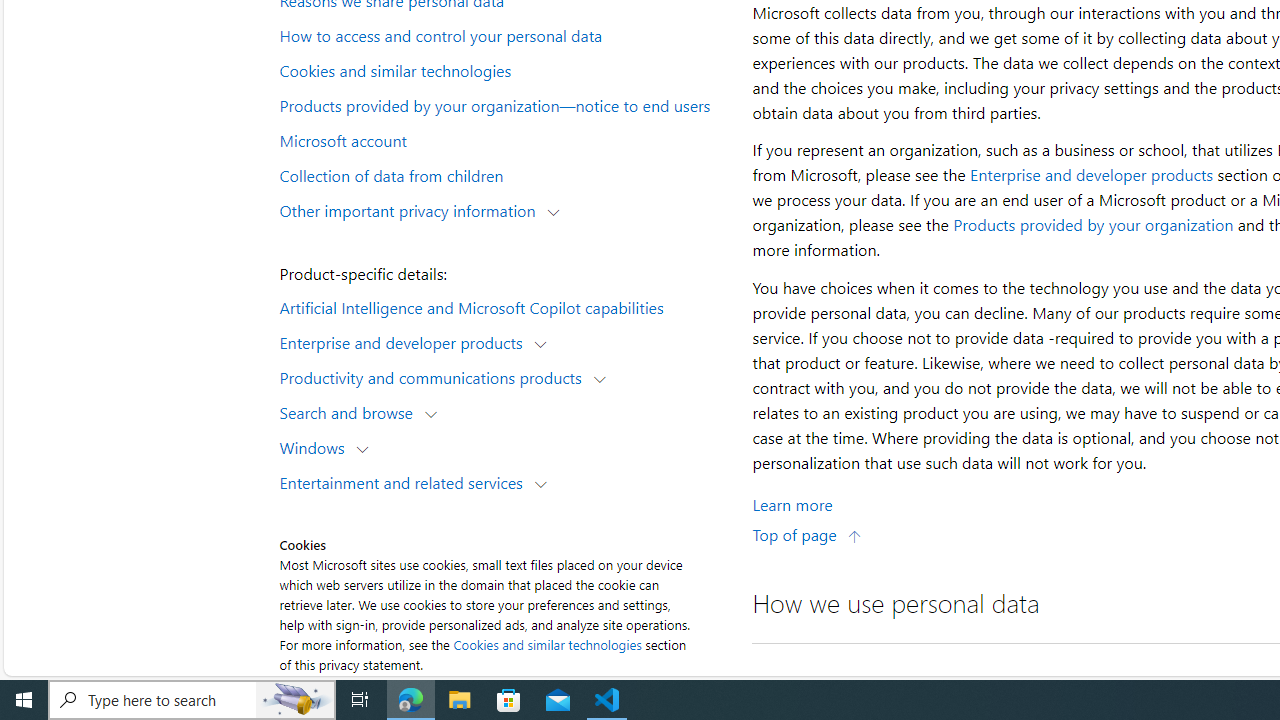  I want to click on 'Windows', so click(315, 446).